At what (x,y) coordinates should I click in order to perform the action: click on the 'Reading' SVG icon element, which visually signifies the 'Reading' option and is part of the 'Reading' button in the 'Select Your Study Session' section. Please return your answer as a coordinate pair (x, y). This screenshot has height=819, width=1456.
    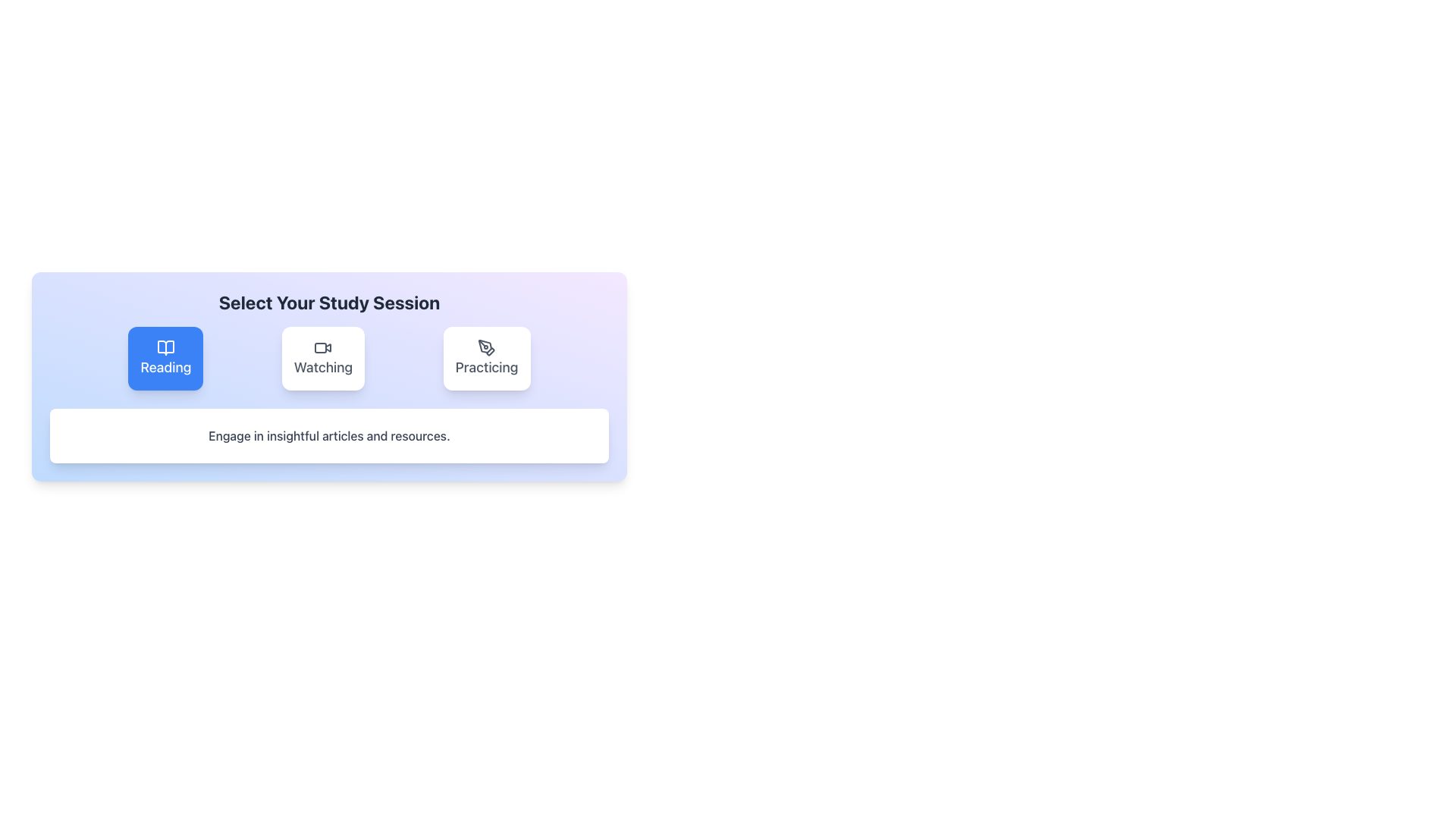
    Looking at the image, I should click on (165, 348).